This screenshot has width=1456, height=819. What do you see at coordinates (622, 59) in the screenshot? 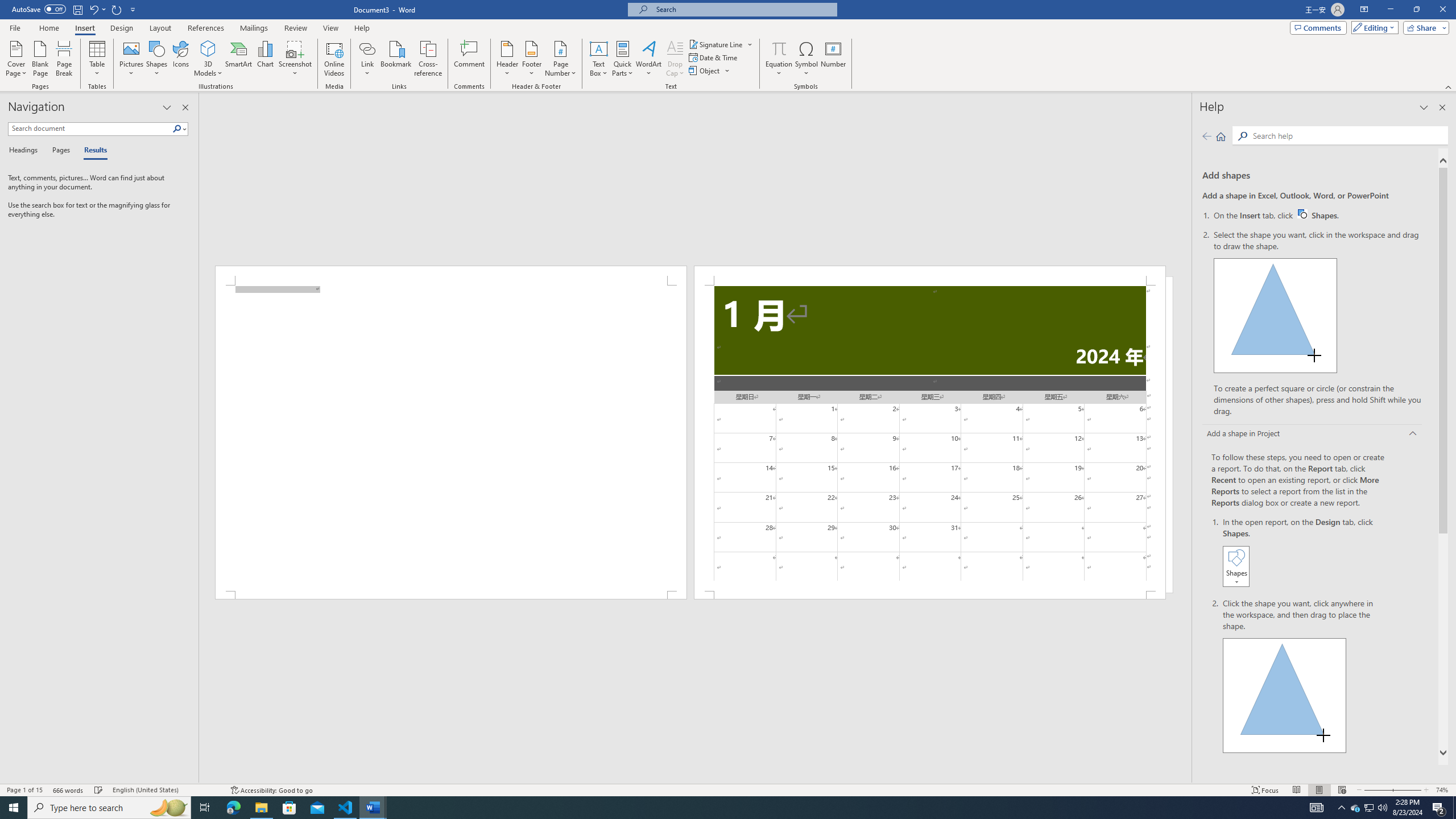
I see `'Quick Parts'` at bounding box center [622, 59].